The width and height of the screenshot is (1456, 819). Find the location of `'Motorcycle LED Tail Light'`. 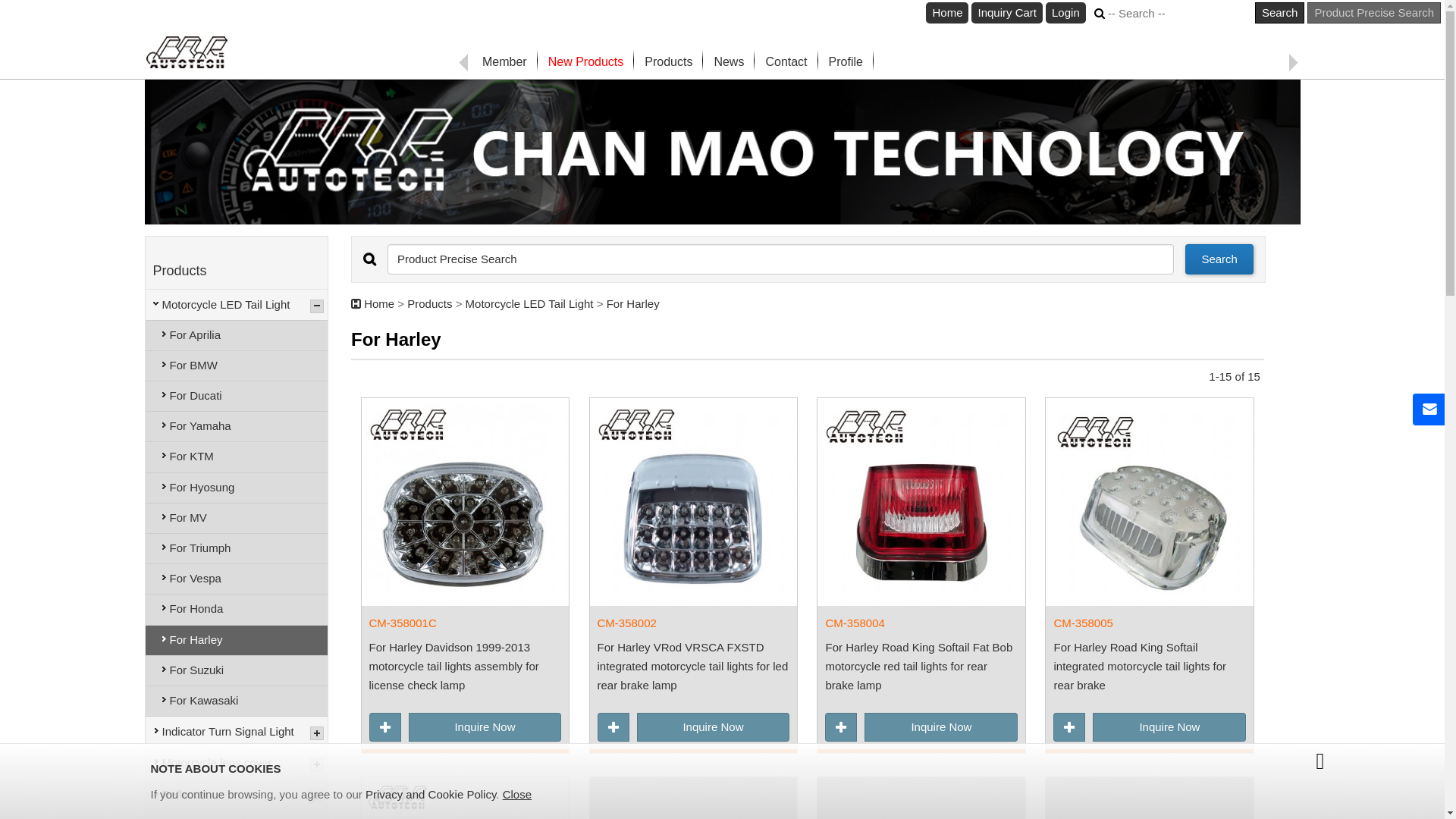

'Motorcycle LED Tail Light' is located at coordinates (234, 303).